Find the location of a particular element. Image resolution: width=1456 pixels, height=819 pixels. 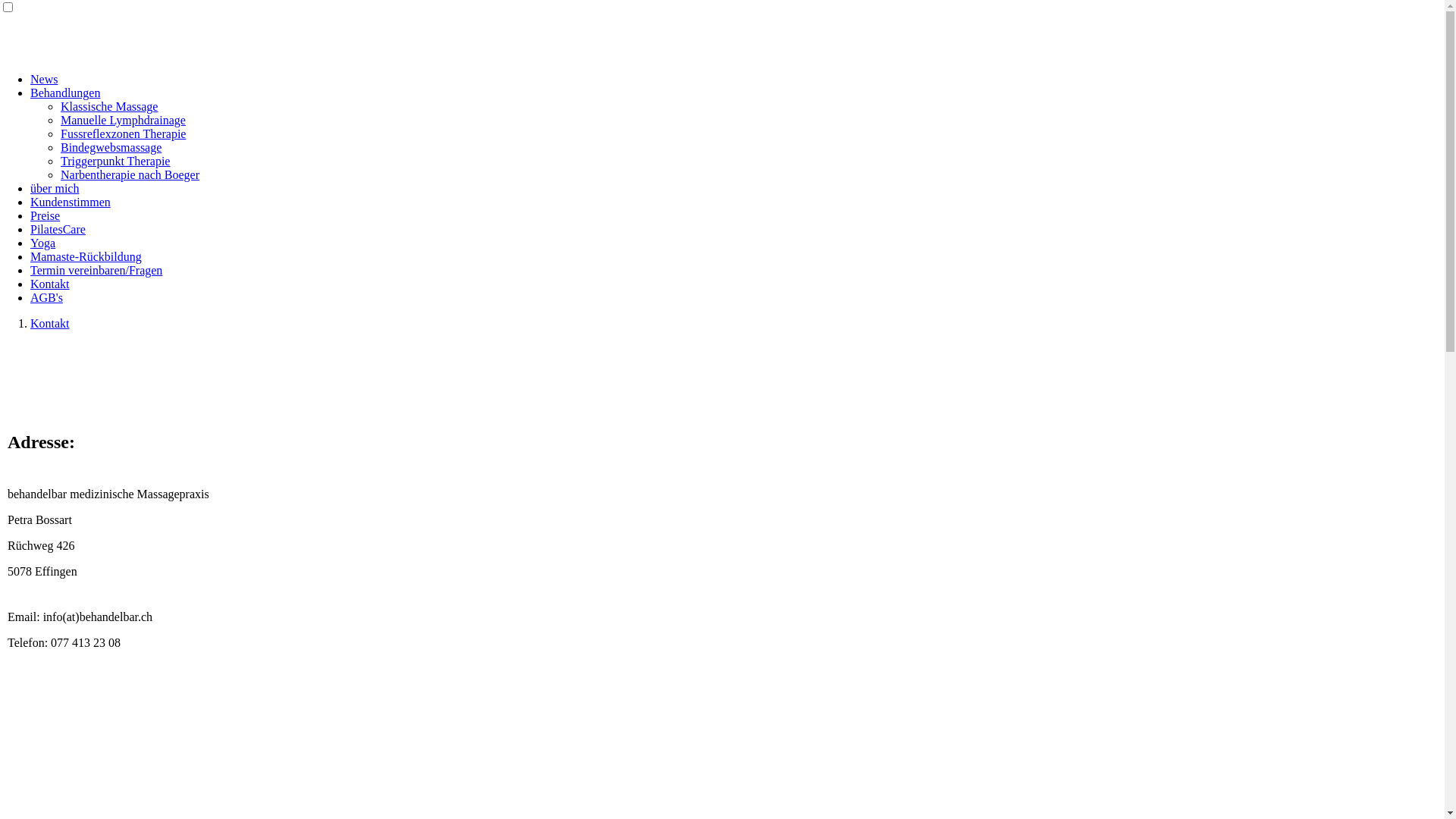

'Behandlungen' is located at coordinates (64, 93).